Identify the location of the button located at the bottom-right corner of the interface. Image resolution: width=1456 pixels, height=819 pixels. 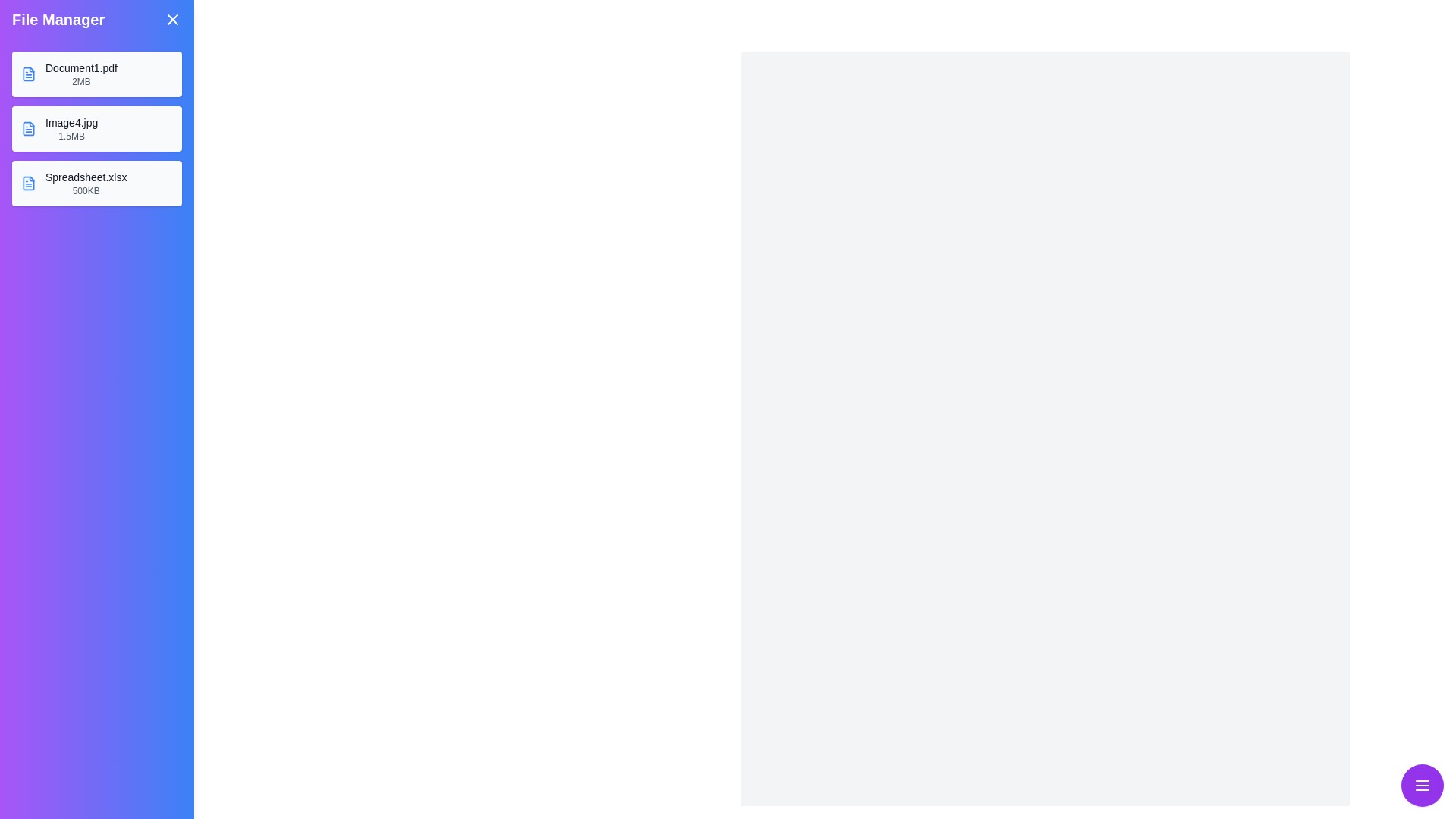
(1422, 785).